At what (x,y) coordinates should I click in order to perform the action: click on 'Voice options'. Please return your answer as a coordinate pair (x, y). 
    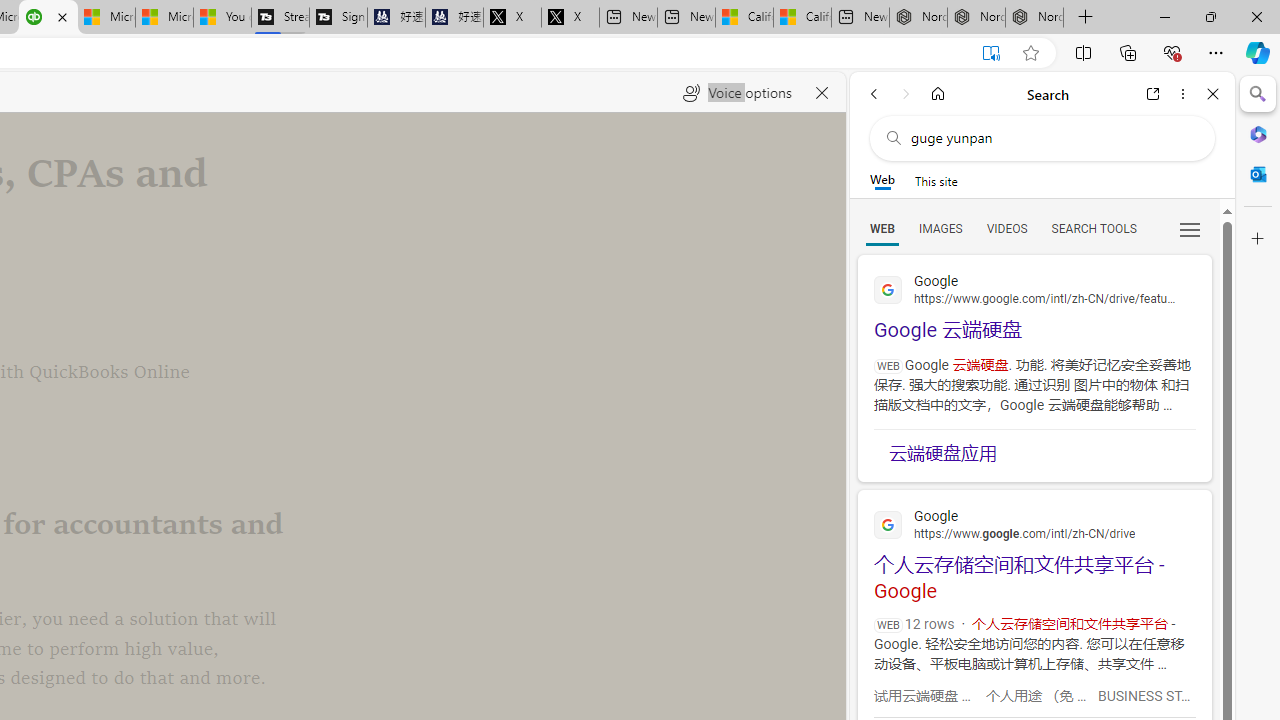
    Looking at the image, I should click on (736, 92).